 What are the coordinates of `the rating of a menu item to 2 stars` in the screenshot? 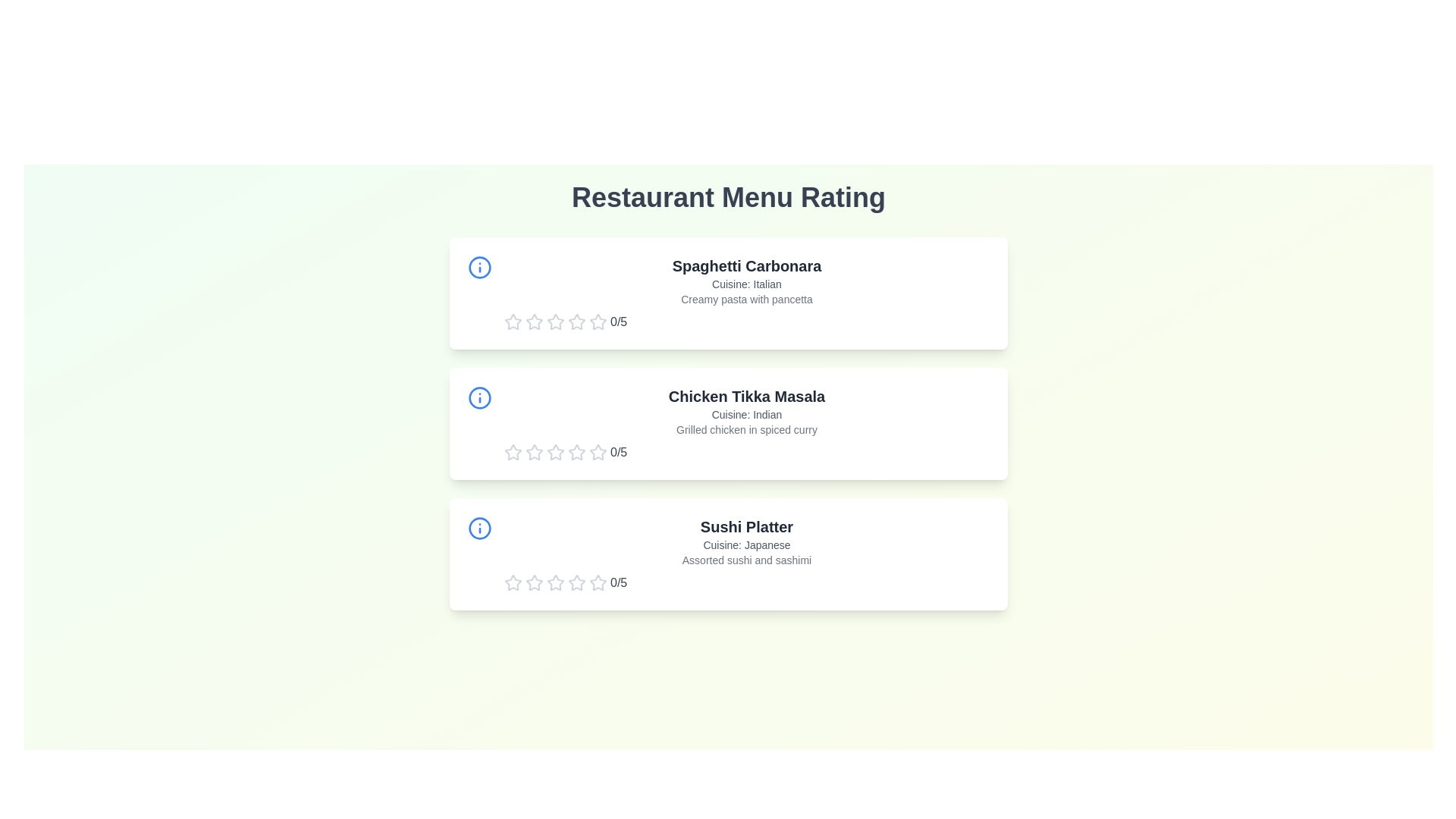 It's located at (535, 321).